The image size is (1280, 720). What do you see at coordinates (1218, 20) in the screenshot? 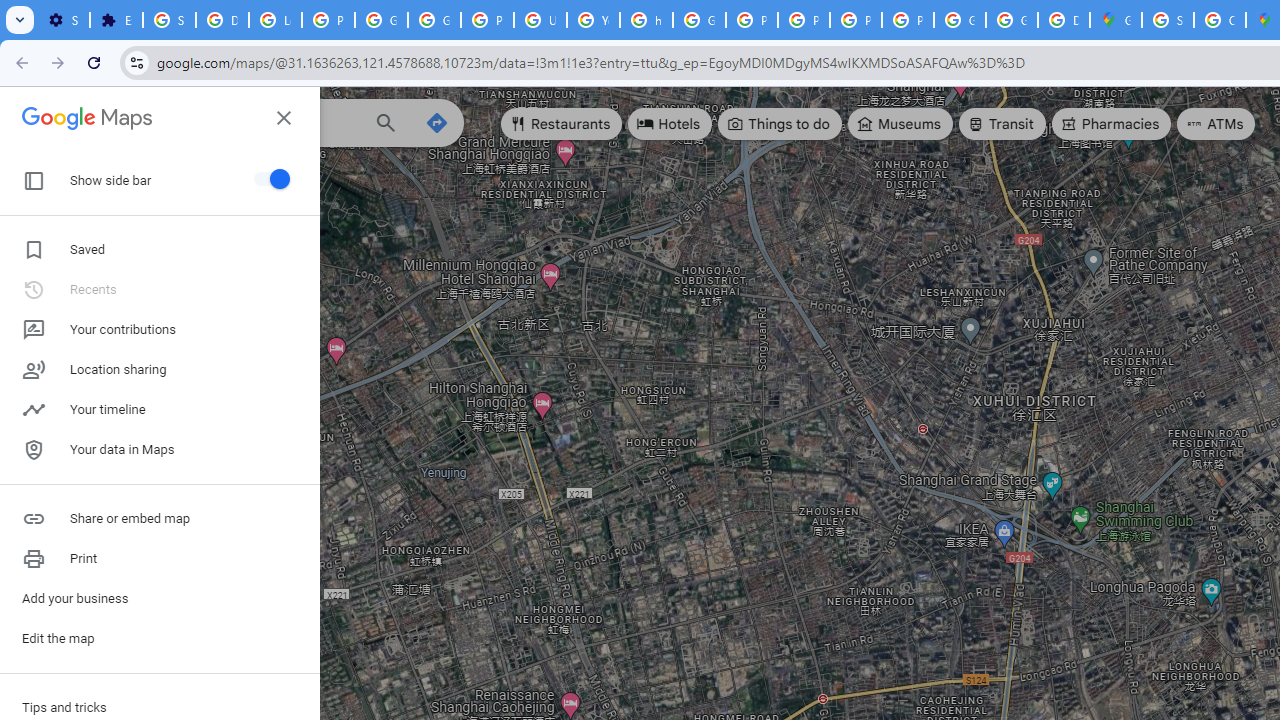
I see `'Create your Google Account'` at bounding box center [1218, 20].